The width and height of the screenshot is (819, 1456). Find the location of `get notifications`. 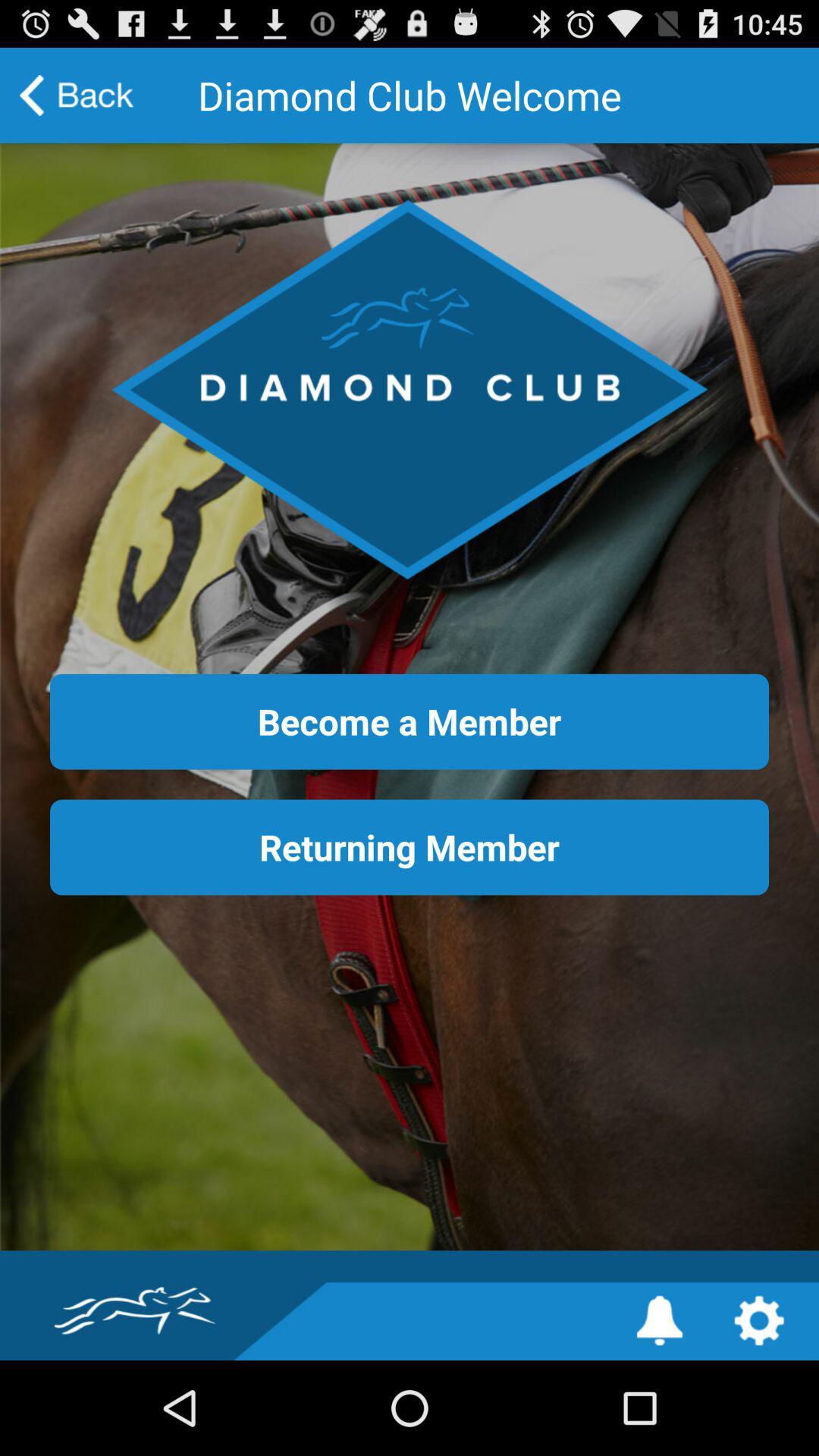

get notifications is located at coordinates (659, 1319).